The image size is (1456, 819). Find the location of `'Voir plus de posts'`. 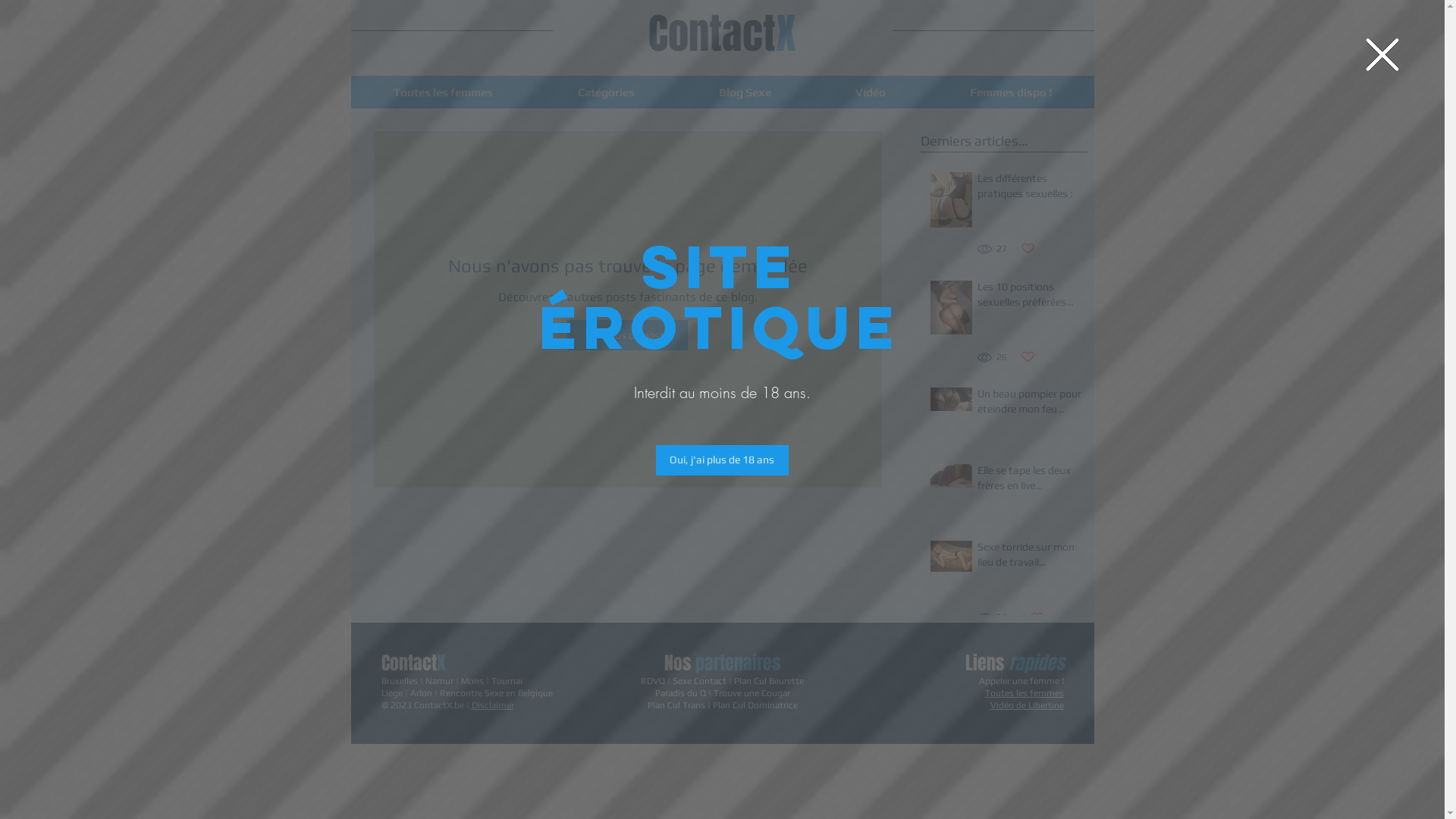

'Voir plus de posts' is located at coordinates (627, 334).